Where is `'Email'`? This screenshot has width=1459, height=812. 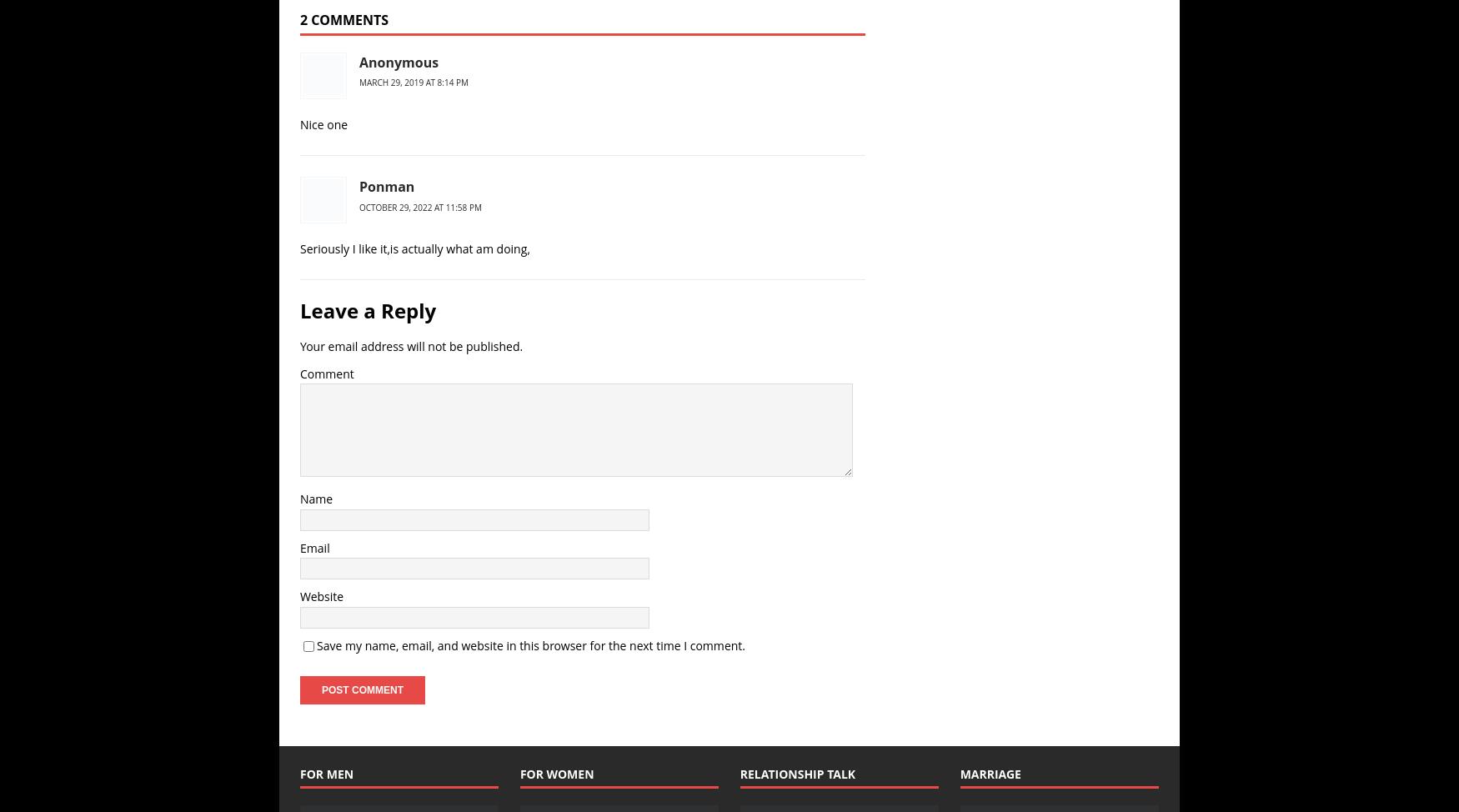 'Email' is located at coordinates (313, 548).